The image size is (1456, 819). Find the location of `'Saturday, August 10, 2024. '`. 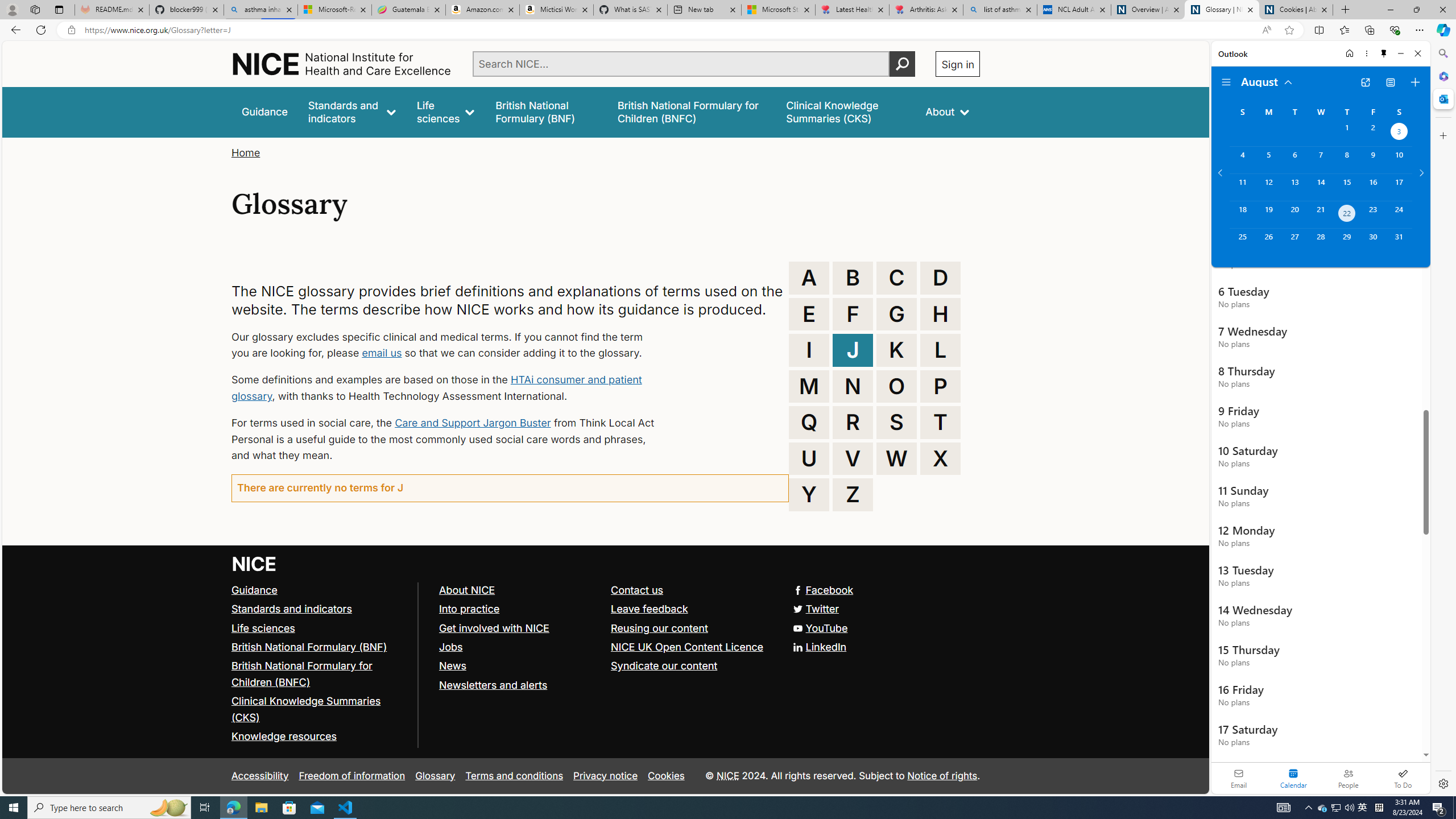

'Saturday, August 10, 2024. ' is located at coordinates (1399, 159).